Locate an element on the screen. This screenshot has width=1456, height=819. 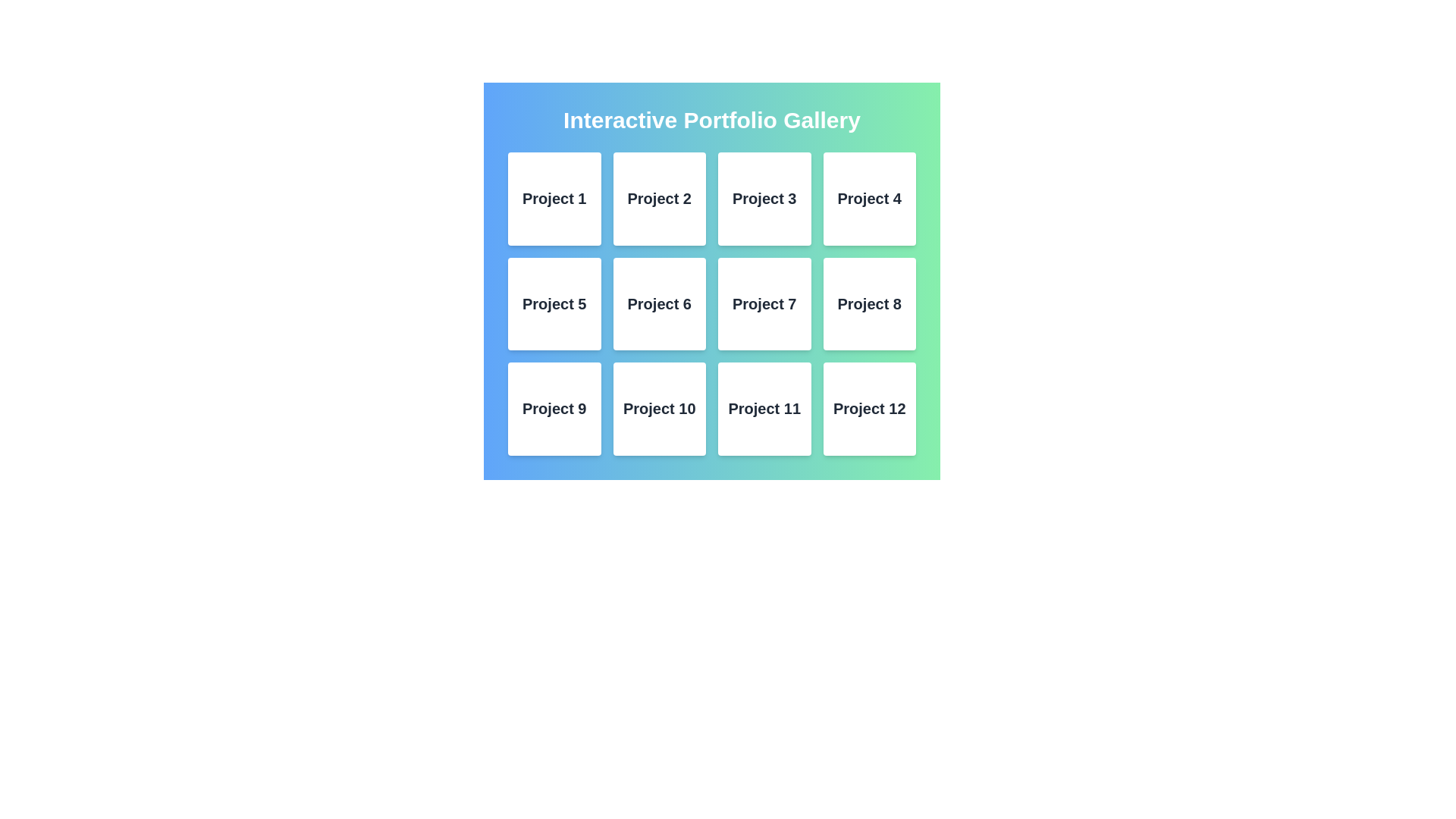
the seventh project card in the grid is located at coordinates (764, 303).